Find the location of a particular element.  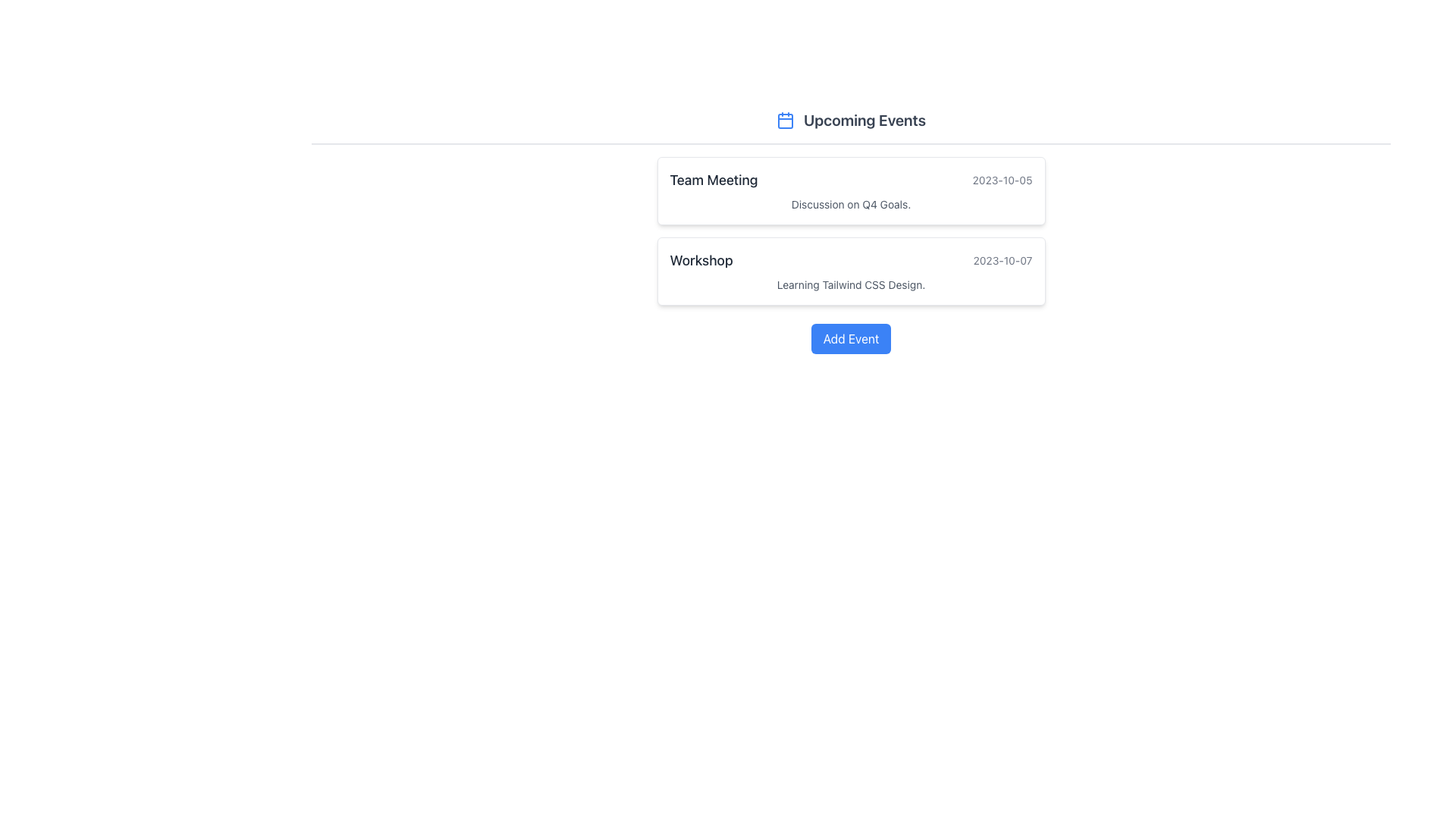

the calendar icon located at the top-left of the 'Upcoming Events' section, preceding the text 'Upcoming Events' is located at coordinates (786, 119).